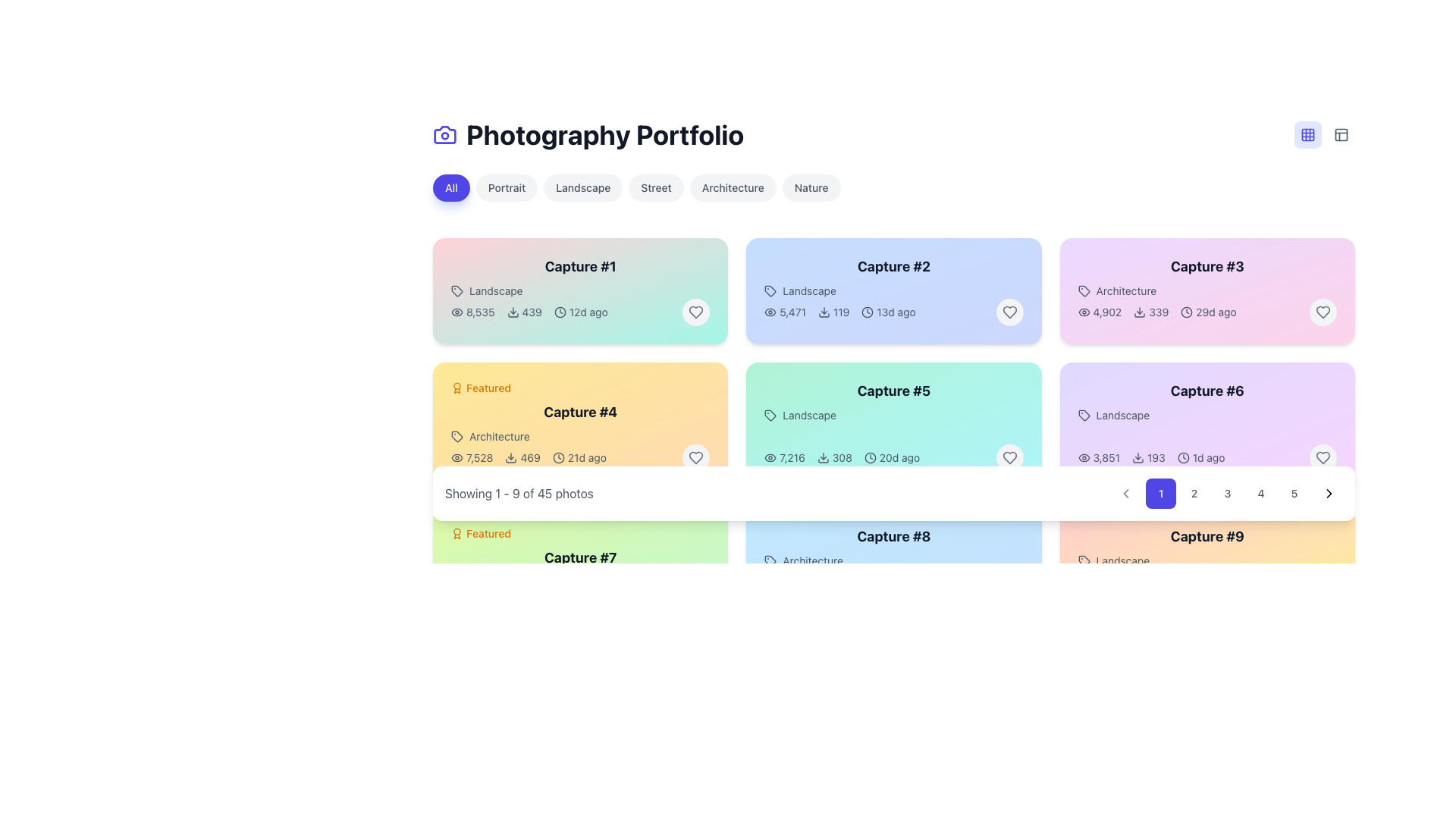 This screenshot has width=1456, height=819. What do you see at coordinates (450, 187) in the screenshot?
I see `the filter button located in the upper section of the page, which resets any applied filters and displays all items or categories` at bounding box center [450, 187].